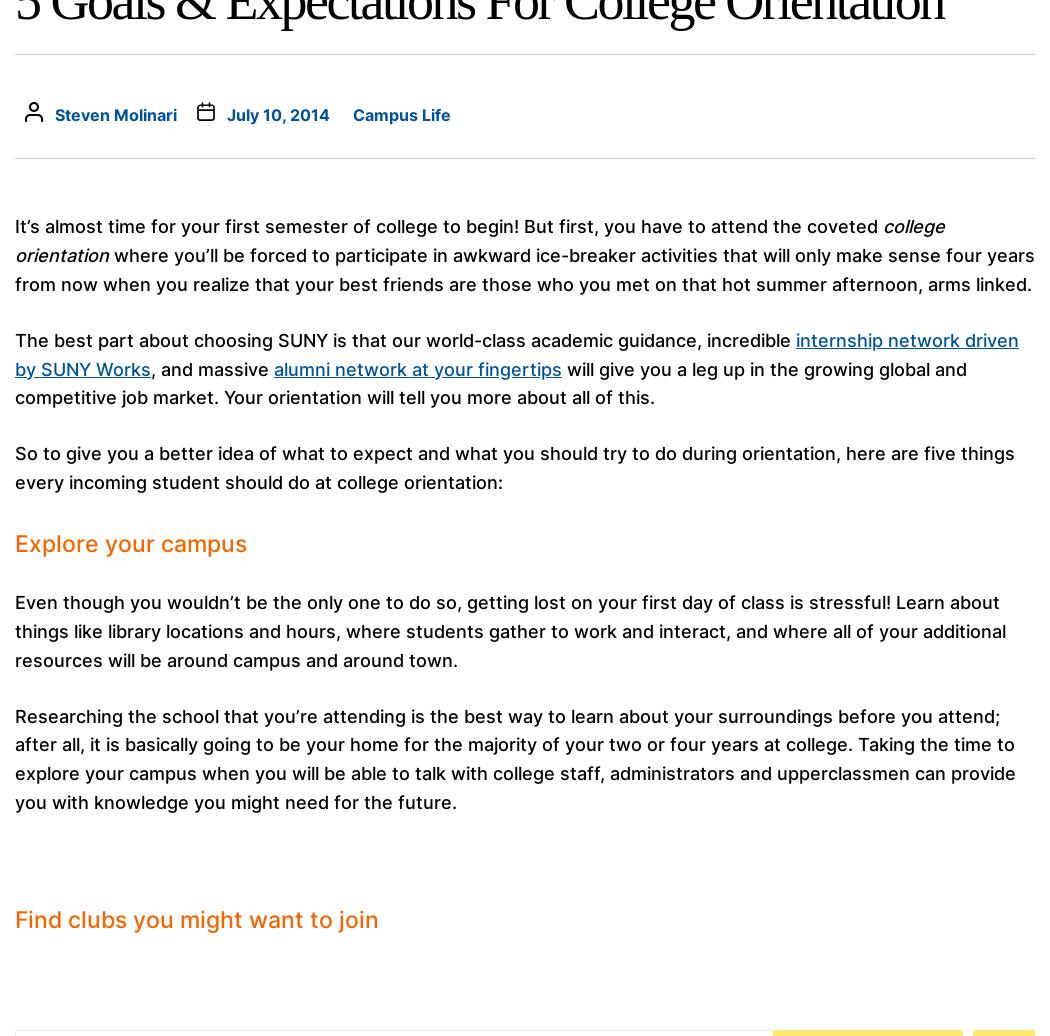 Image resolution: width=1050 pixels, height=1036 pixels. I want to click on 'For the third consecutive year, Billboard has named SUNY Oneonta to its list of the world’s "Top Music Business Schools."...', so click(452, 401).